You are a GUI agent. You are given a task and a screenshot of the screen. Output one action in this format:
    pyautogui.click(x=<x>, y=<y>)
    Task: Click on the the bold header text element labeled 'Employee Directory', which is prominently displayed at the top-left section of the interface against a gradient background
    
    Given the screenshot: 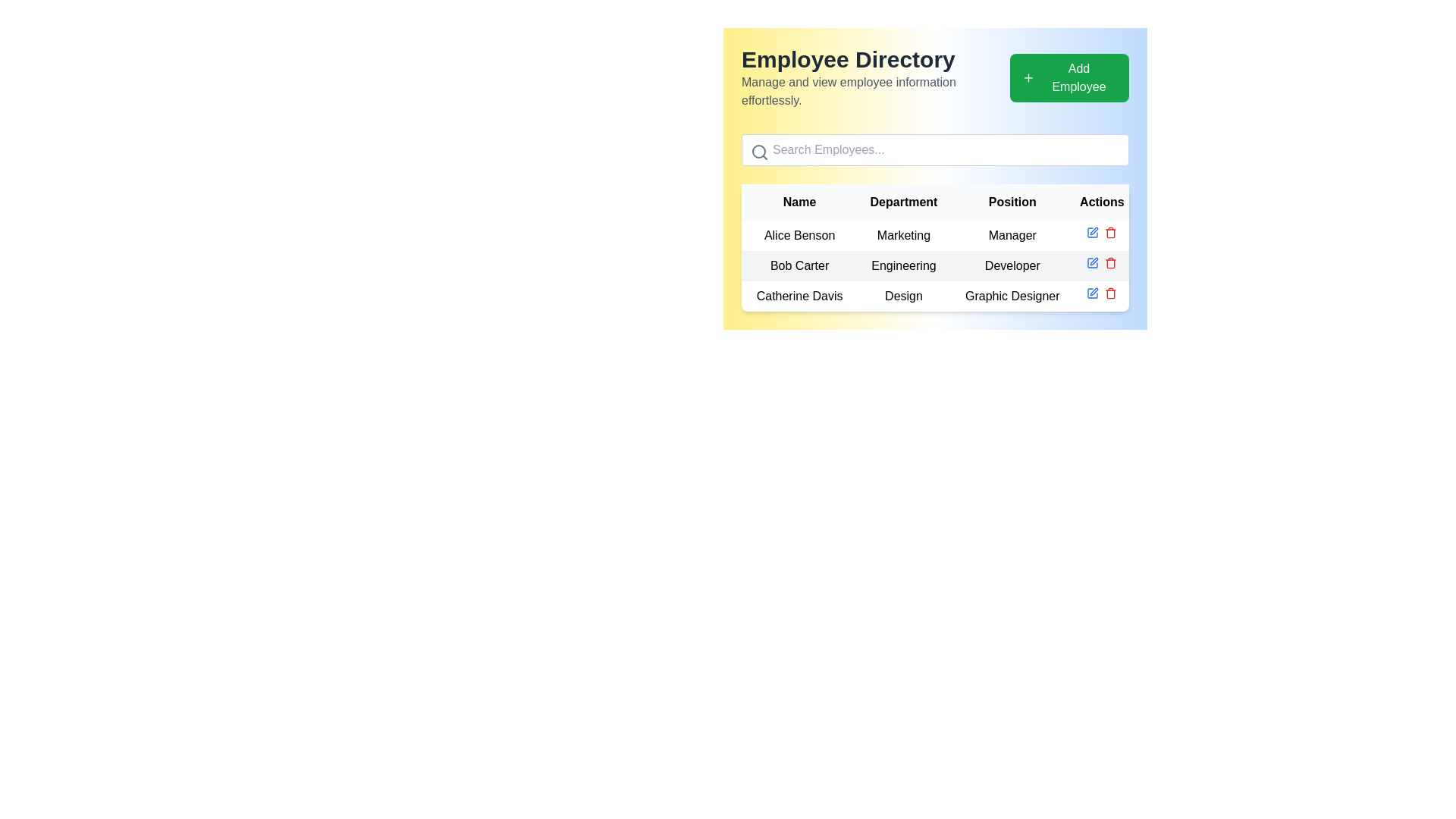 What is the action you would take?
    pyautogui.click(x=875, y=58)
    